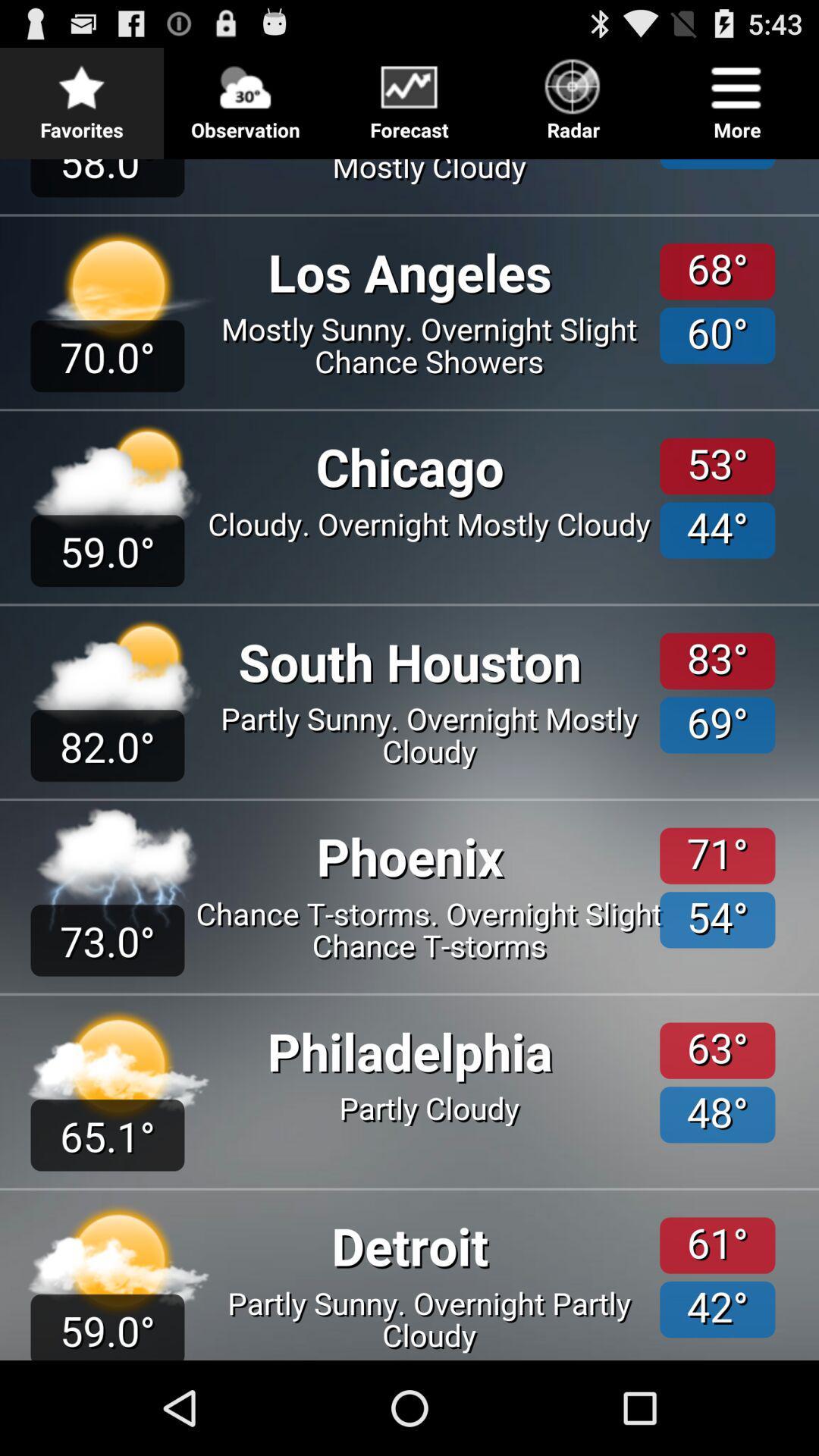  I want to click on the radar, so click(573, 94).